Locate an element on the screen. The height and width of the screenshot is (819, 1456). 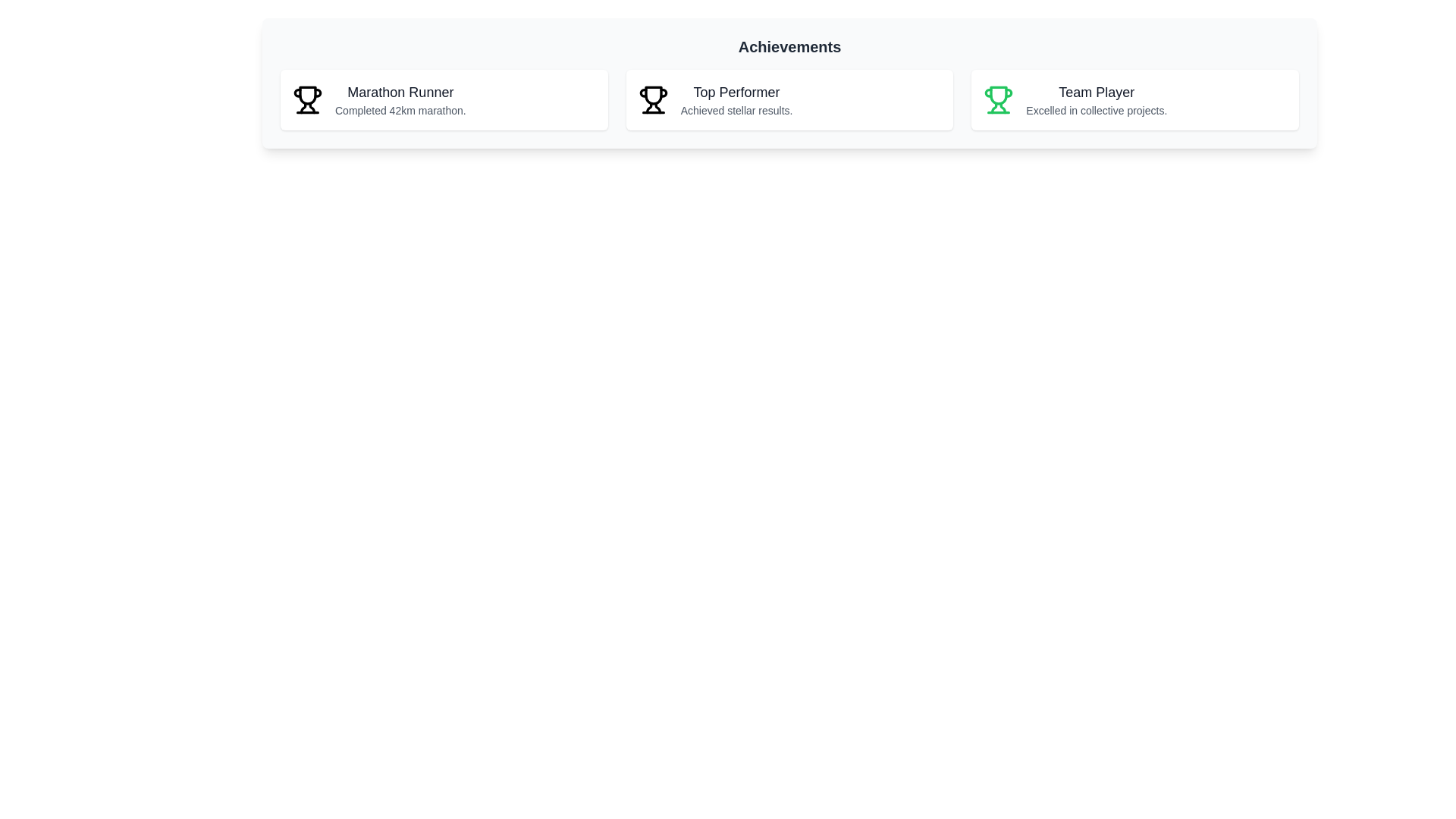
the trophy icon representing the 'Top Performer' achievement card, which is the primary component in the center of the achievements list in the second card from the left is located at coordinates (653, 96).